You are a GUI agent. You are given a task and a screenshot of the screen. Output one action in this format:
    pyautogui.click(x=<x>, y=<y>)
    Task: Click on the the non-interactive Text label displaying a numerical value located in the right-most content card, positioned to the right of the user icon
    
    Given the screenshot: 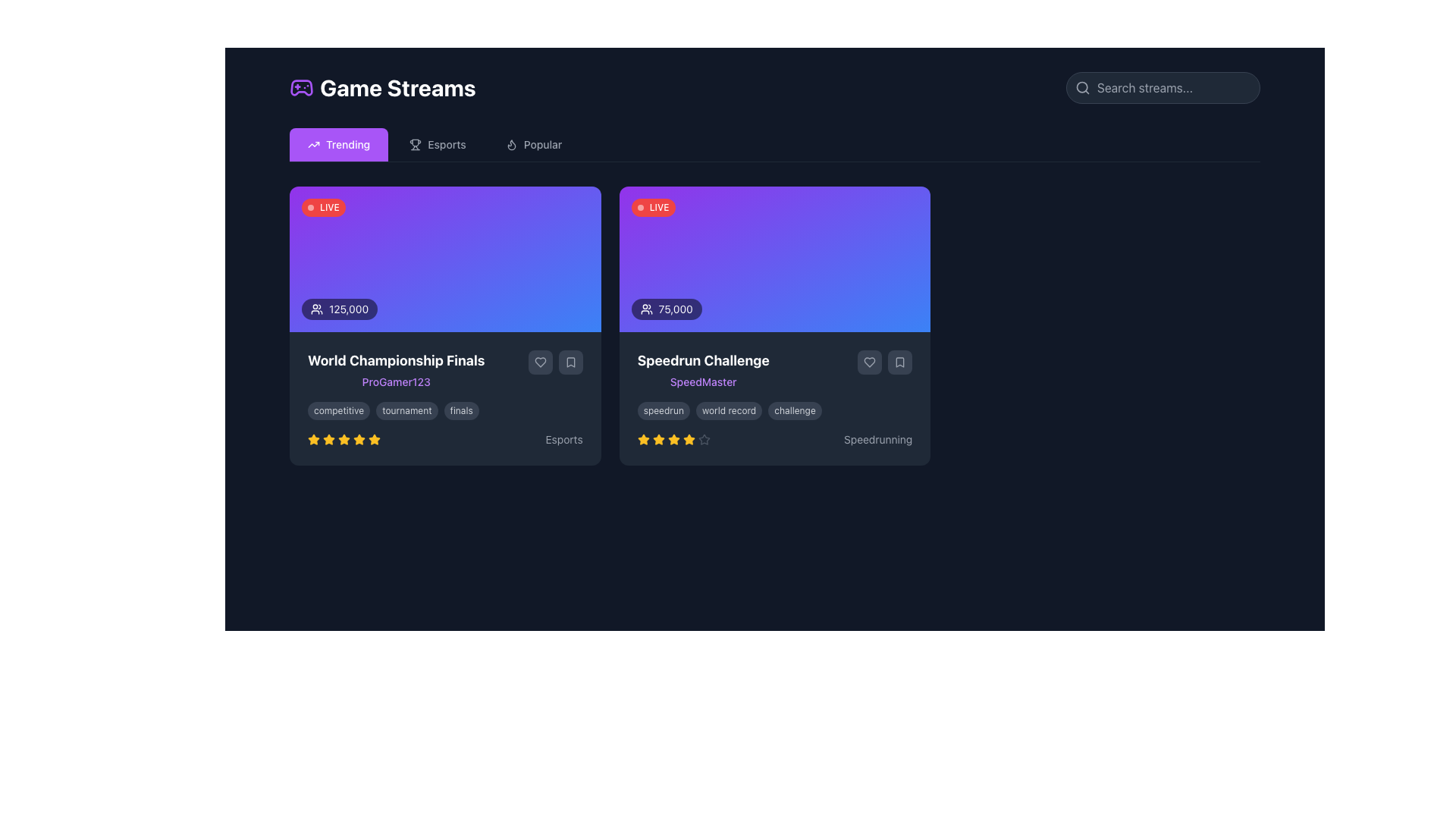 What is the action you would take?
    pyautogui.click(x=675, y=309)
    